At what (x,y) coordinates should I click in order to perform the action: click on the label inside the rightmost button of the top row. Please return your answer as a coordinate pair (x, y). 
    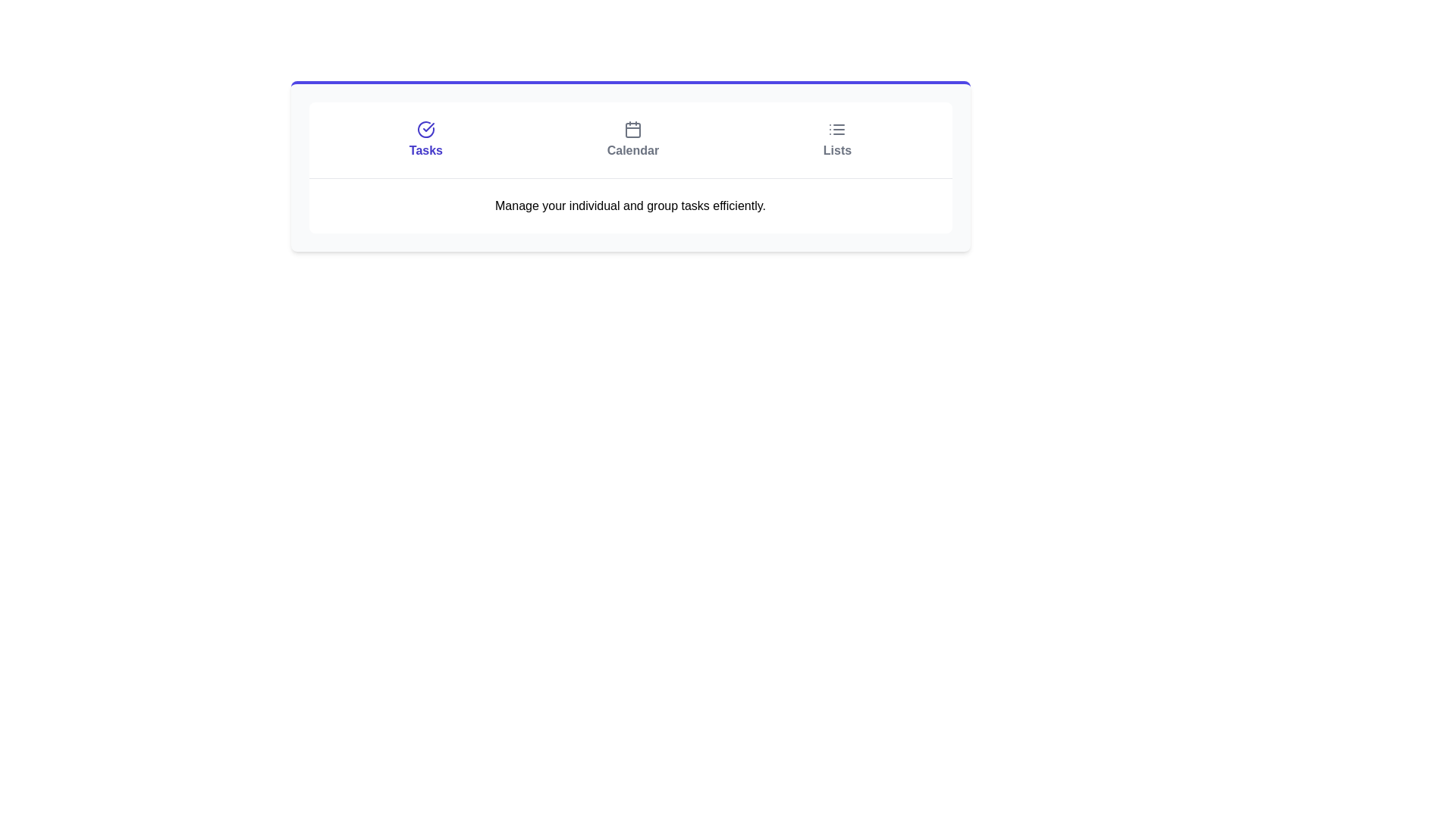
    Looking at the image, I should click on (836, 151).